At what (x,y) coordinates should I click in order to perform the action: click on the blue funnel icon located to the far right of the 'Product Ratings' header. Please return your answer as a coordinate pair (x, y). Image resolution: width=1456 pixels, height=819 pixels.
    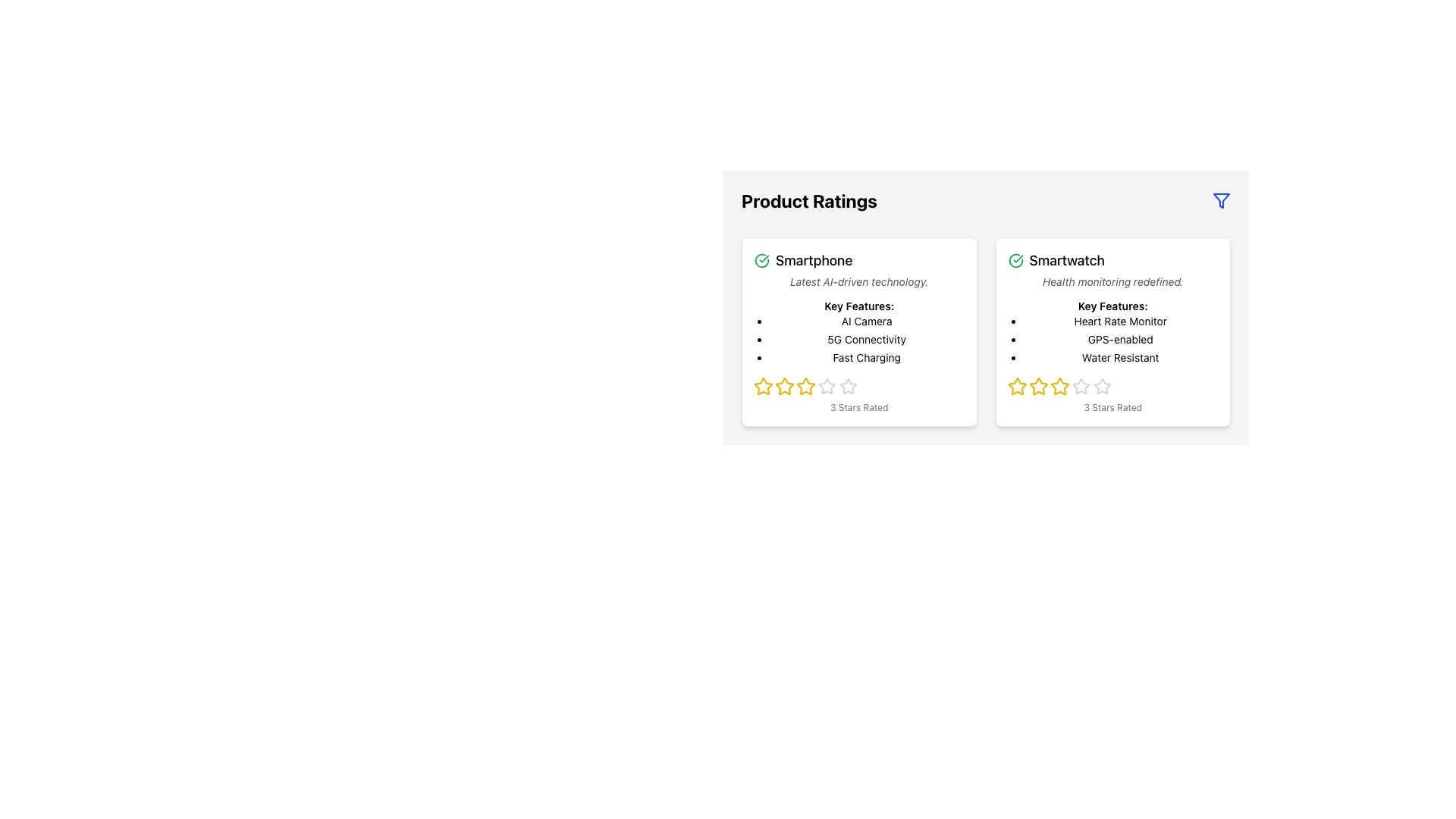
    Looking at the image, I should click on (1222, 200).